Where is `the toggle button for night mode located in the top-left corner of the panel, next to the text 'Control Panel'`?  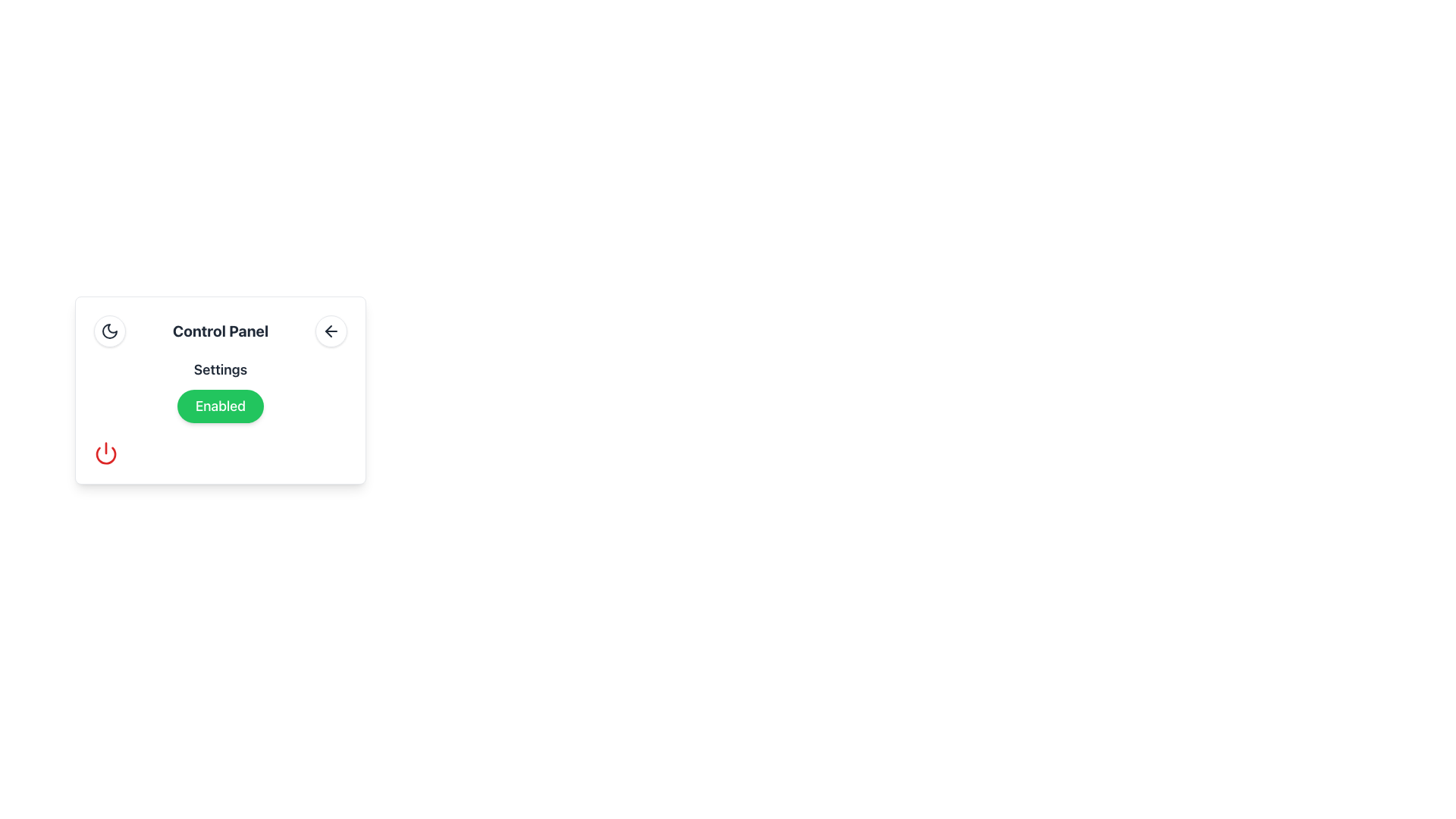 the toggle button for night mode located in the top-left corner of the panel, next to the text 'Control Panel' is located at coordinates (108, 330).